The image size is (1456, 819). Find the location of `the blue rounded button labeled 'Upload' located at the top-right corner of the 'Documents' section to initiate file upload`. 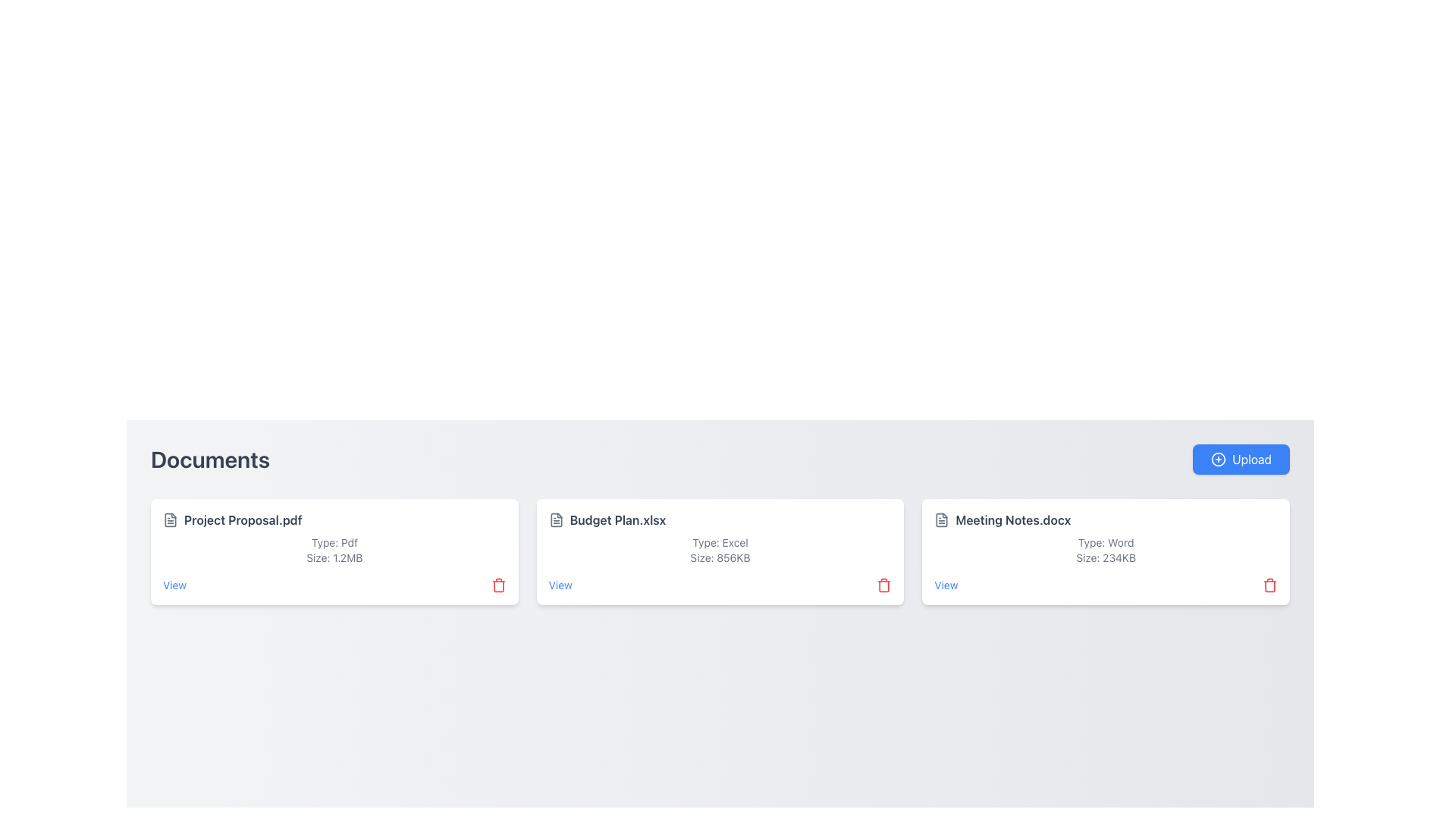

the blue rounded button labeled 'Upload' located at the top-right corner of the 'Documents' section to initiate file upload is located at coordinates (1241, 458).